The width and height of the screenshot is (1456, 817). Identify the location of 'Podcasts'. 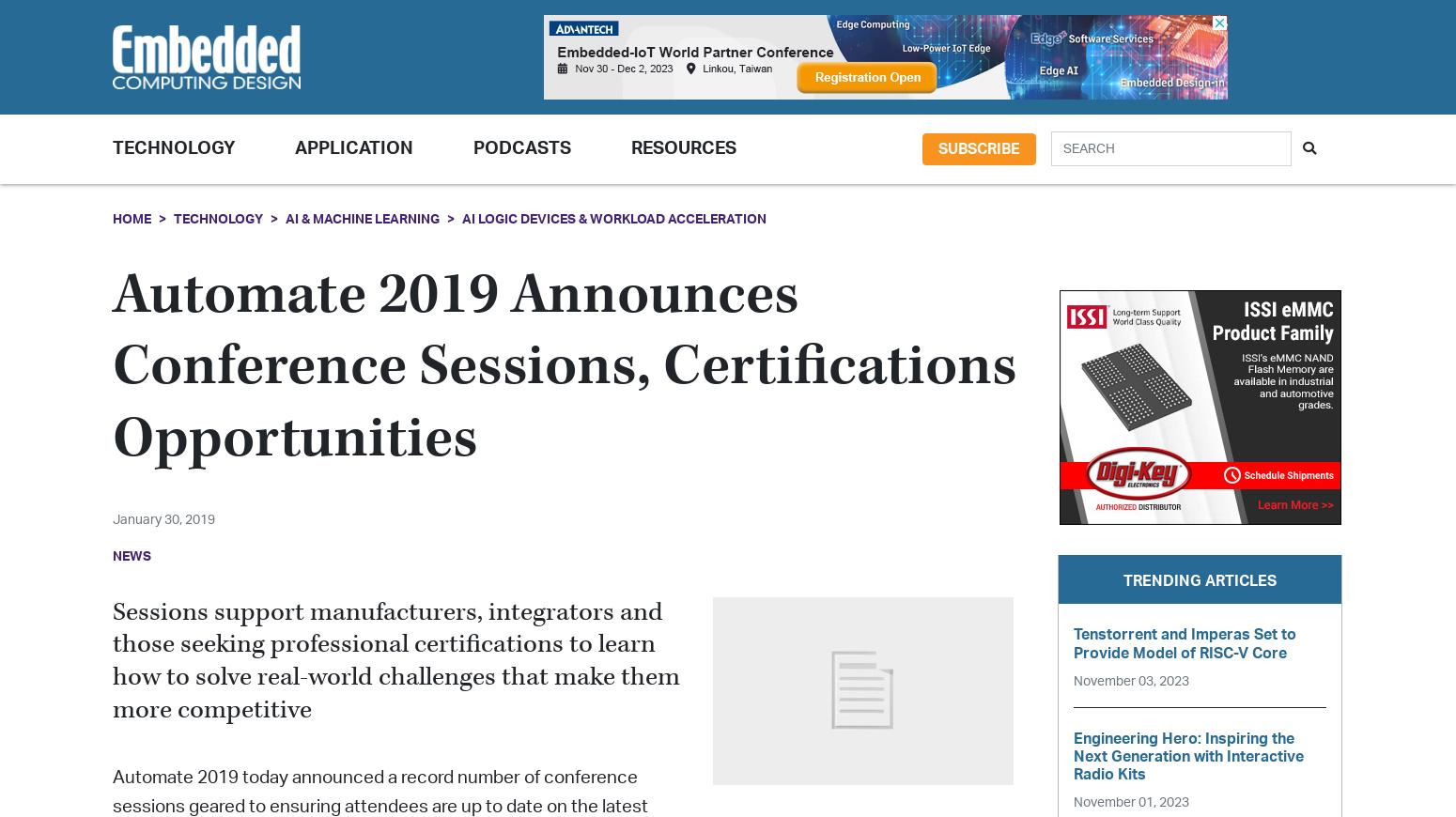
(472, 147).